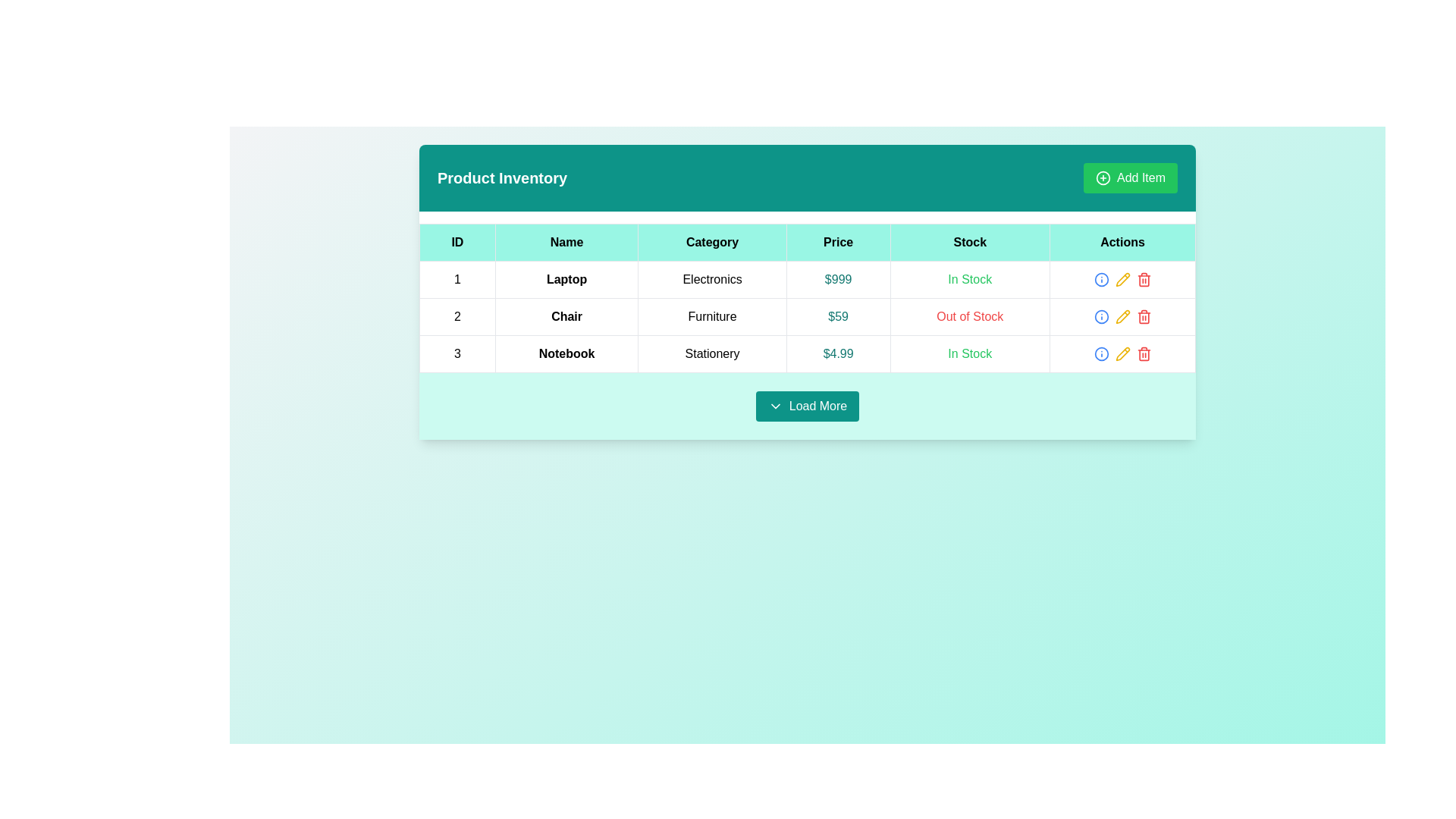 The image size is (1456, 819). Describe the element at coordinates (1122, 353) in the screenshot. I see `the edit icon in the 'Actions' column of the table for the 'Notebook' item to observe styling changes` at that location.